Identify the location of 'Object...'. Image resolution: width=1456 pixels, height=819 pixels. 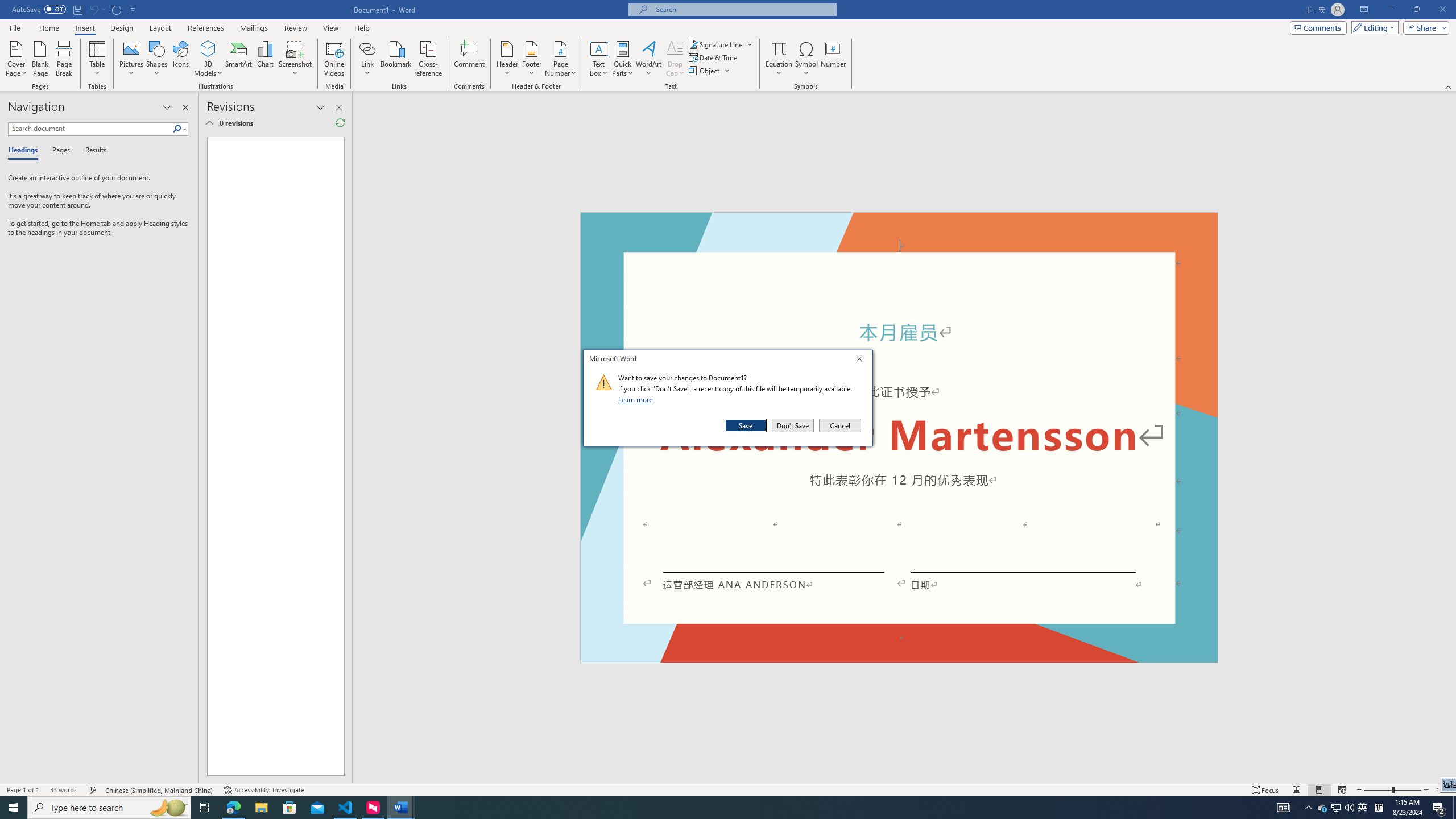
(709, 69).